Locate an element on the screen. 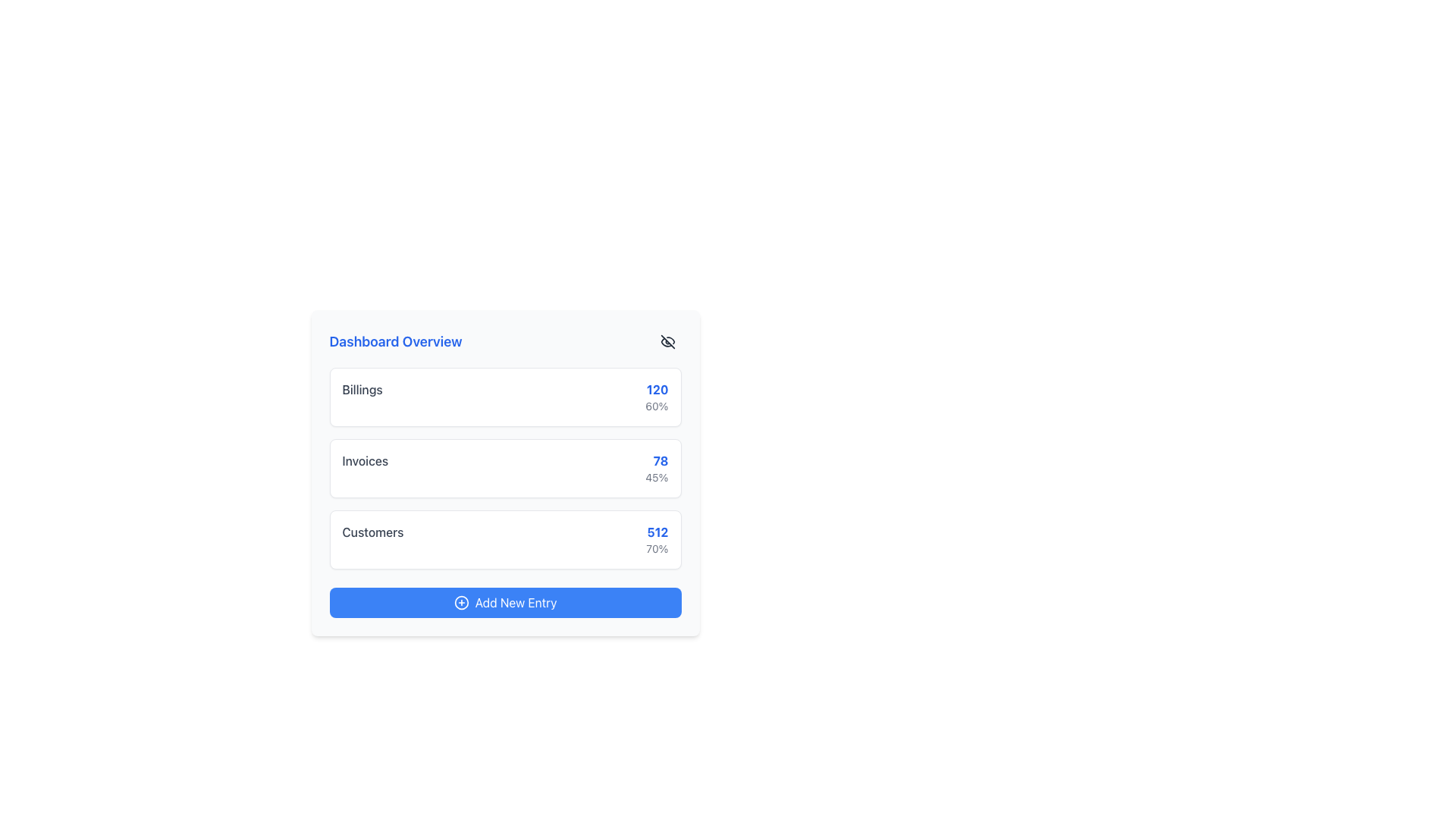  the blue bold text label displaying the number '120' located in the top-right part of the 'Billings' section of the dashboard is located at coordinates (657, 388).